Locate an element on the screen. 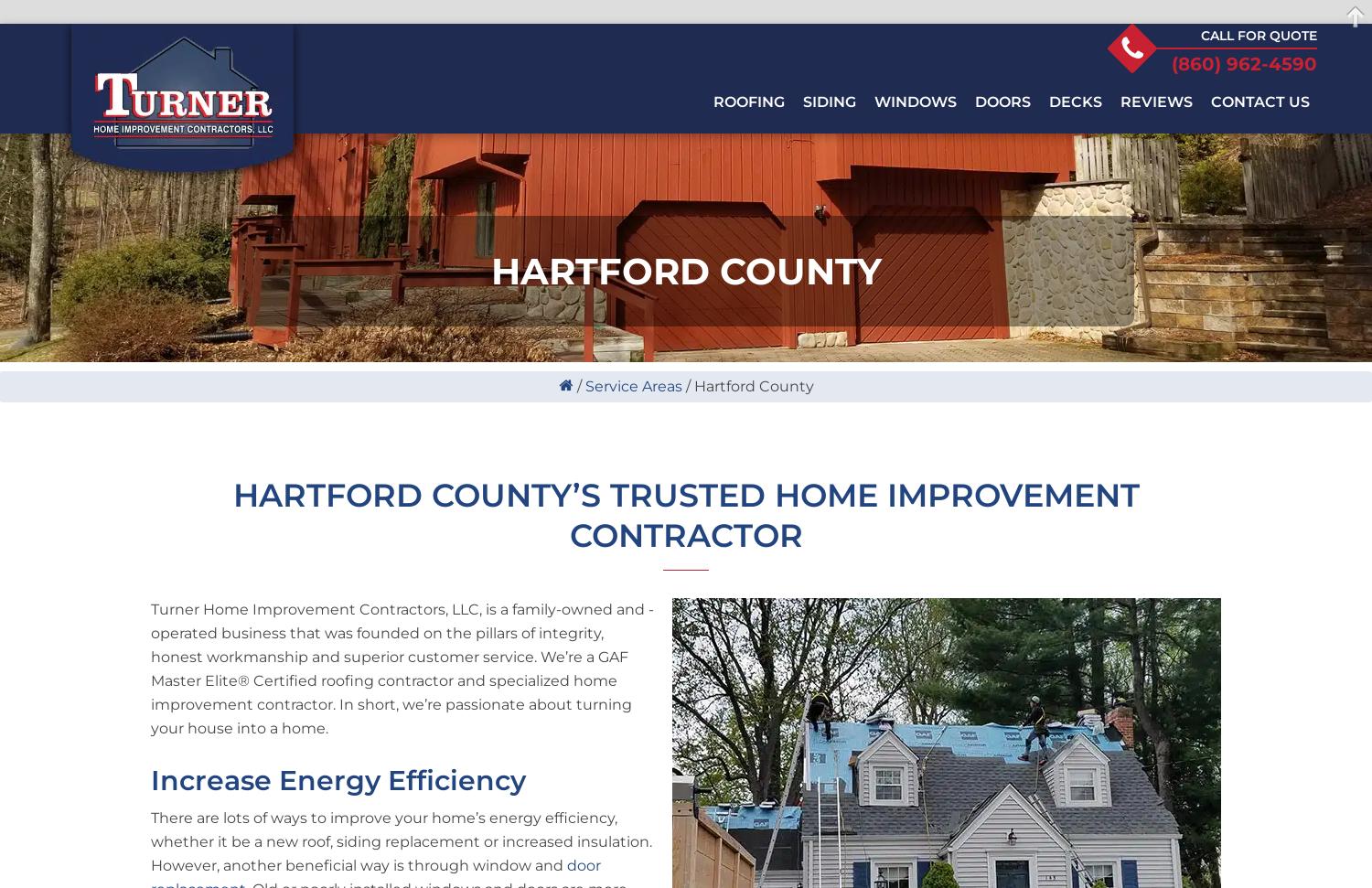 The width and height of the screenshot is (1372, 888). 'Increase Energy Efficiency' is located at coordinates (338, 778).